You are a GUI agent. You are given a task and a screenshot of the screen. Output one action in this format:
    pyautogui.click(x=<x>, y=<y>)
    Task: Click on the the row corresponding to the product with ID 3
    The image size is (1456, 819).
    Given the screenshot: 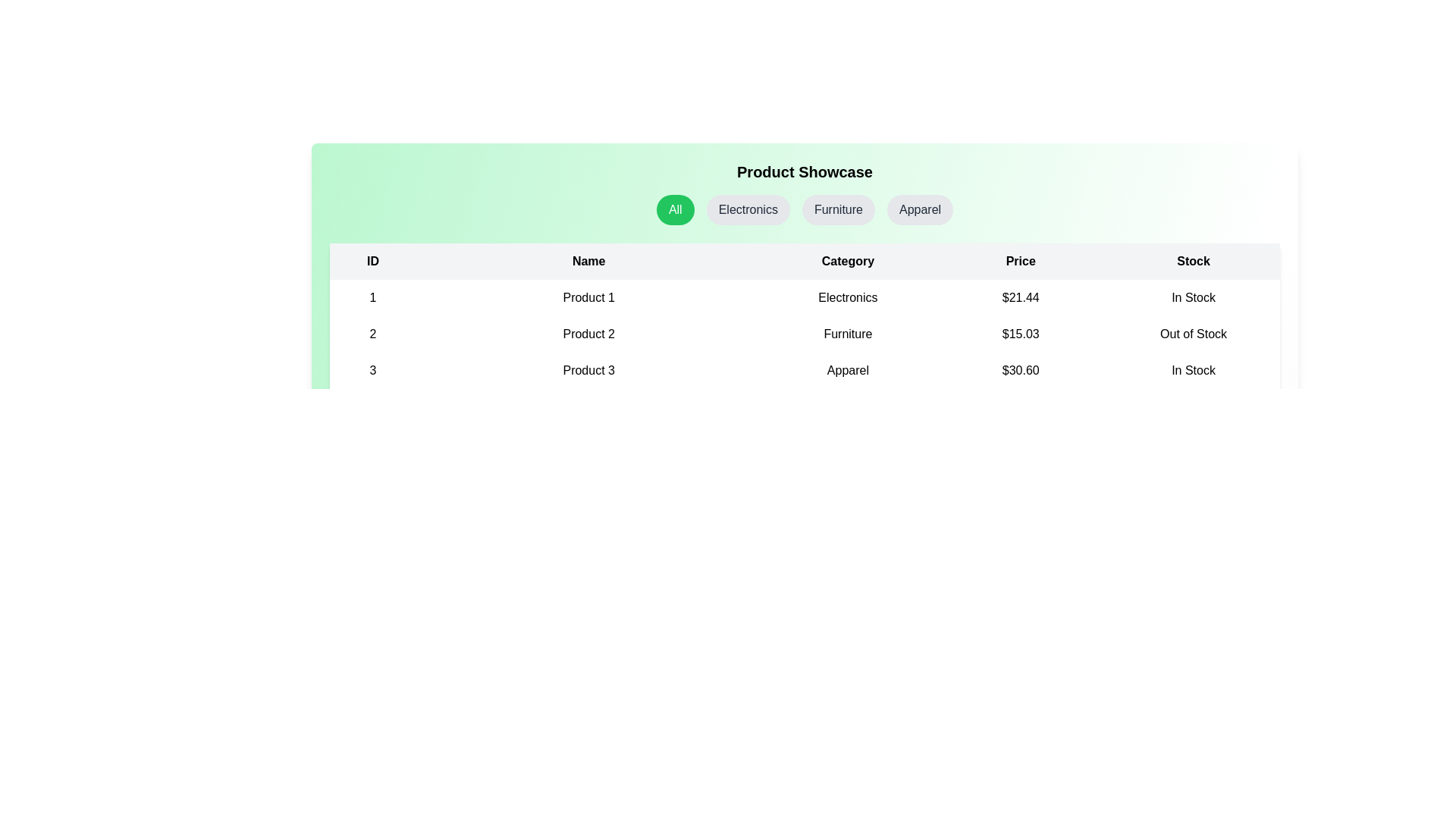 What is the action you would take?
    pyautogui.click(x=804, y=371)
    